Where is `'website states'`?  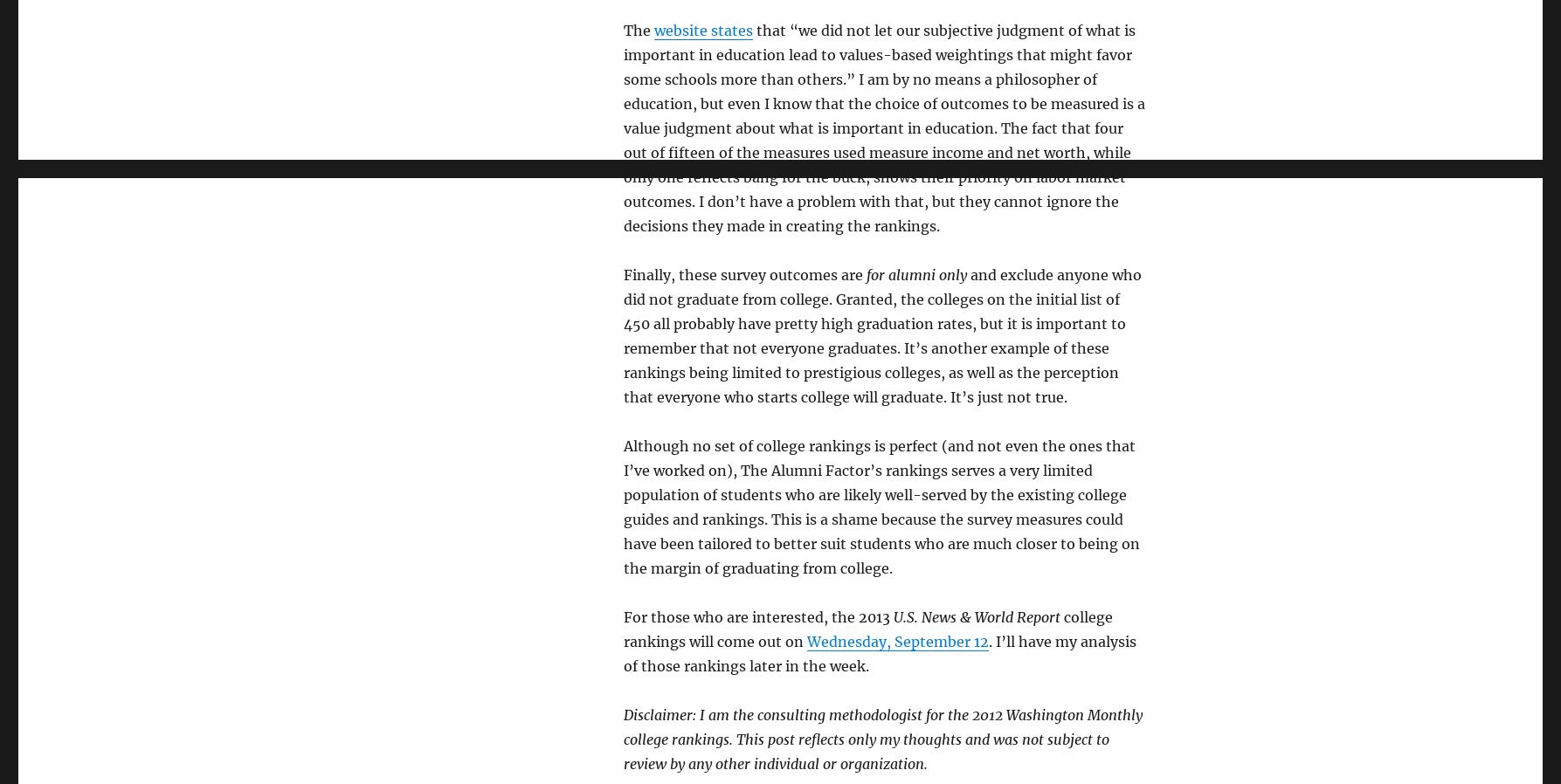 'website states' is located at coordinates (702, 30).